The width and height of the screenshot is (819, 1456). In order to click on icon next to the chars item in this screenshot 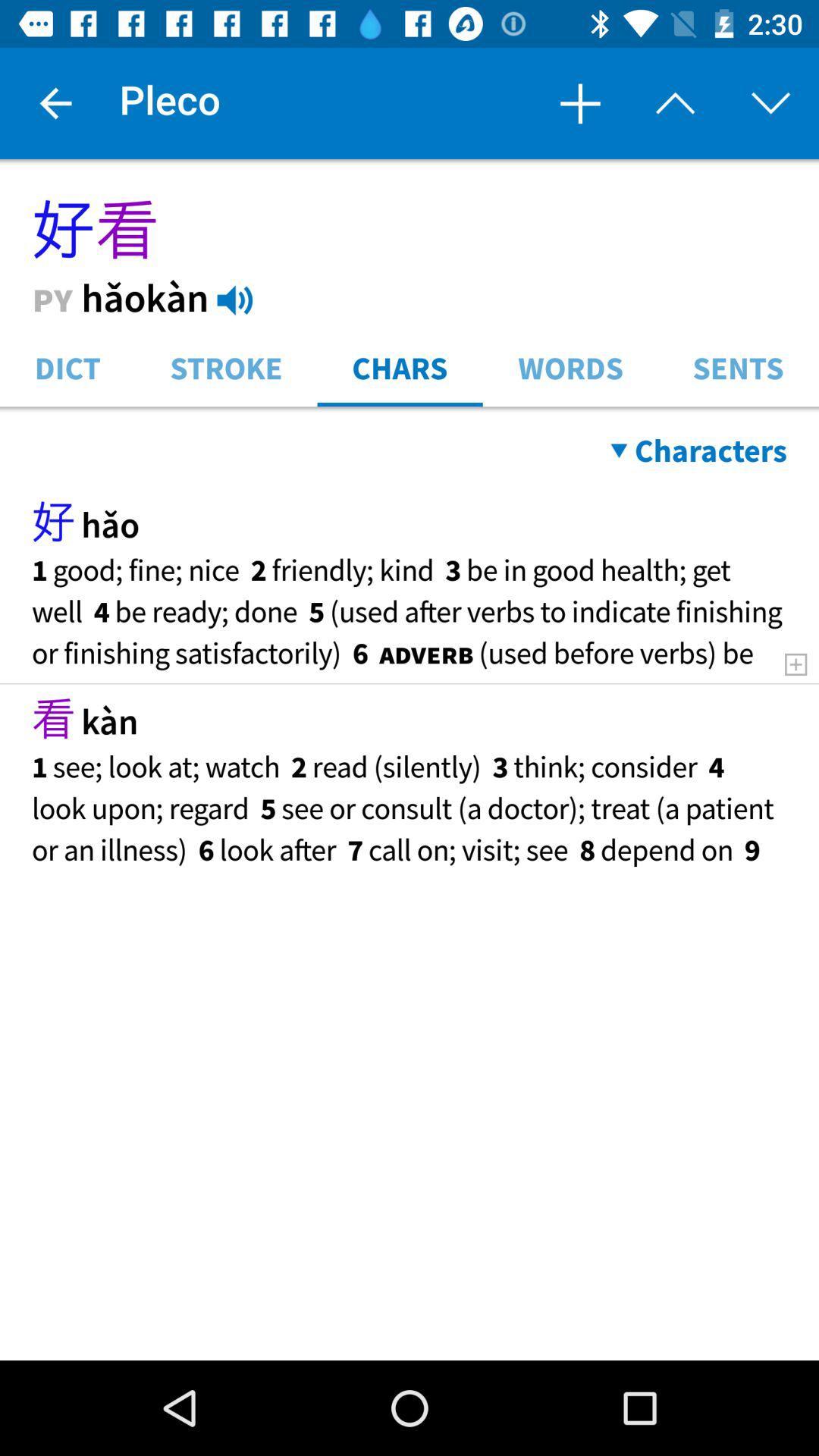, I will do `click(570, 366)`.